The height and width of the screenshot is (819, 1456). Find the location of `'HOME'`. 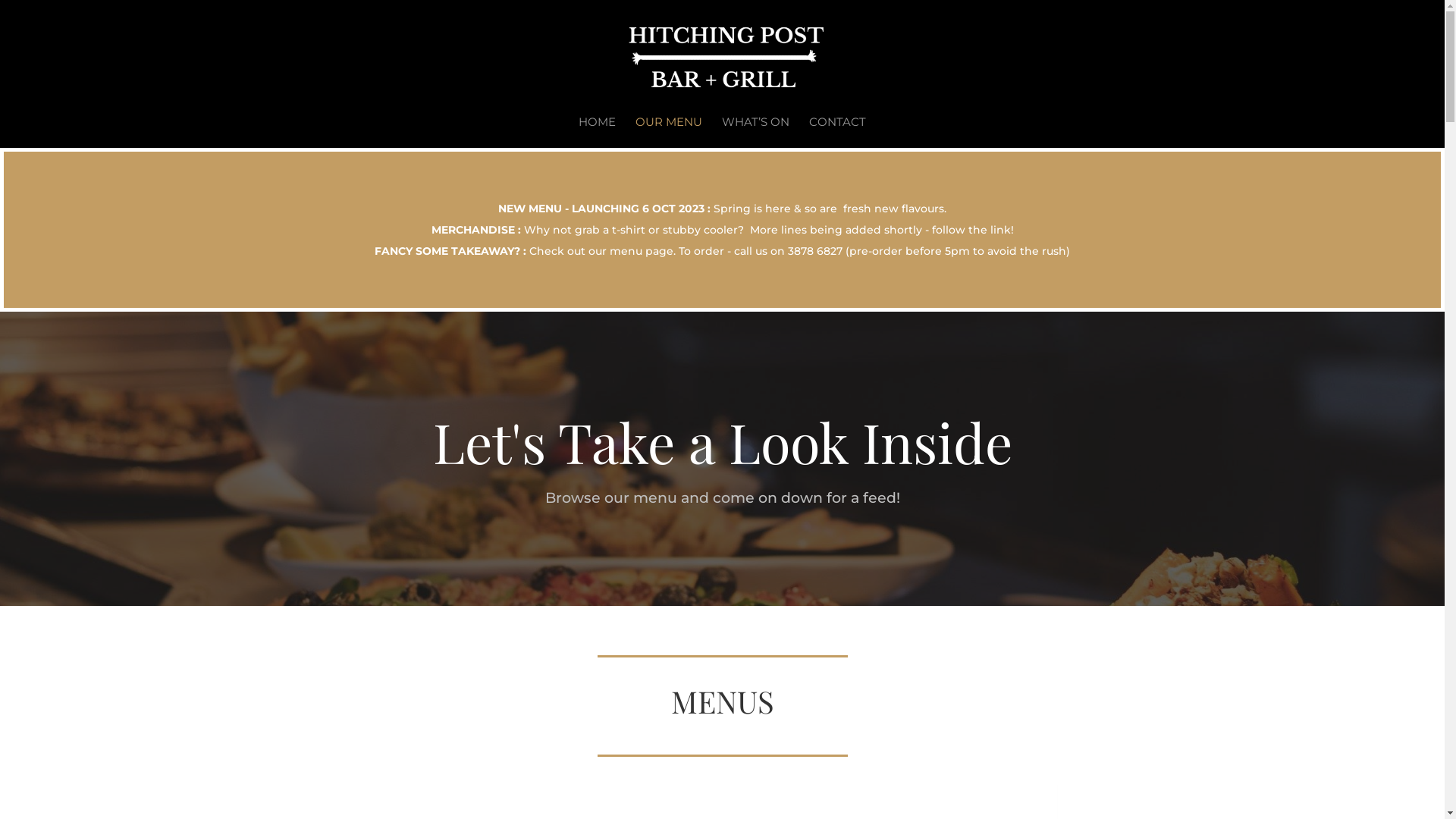

'HOME' is located at coordinates (596, 131).